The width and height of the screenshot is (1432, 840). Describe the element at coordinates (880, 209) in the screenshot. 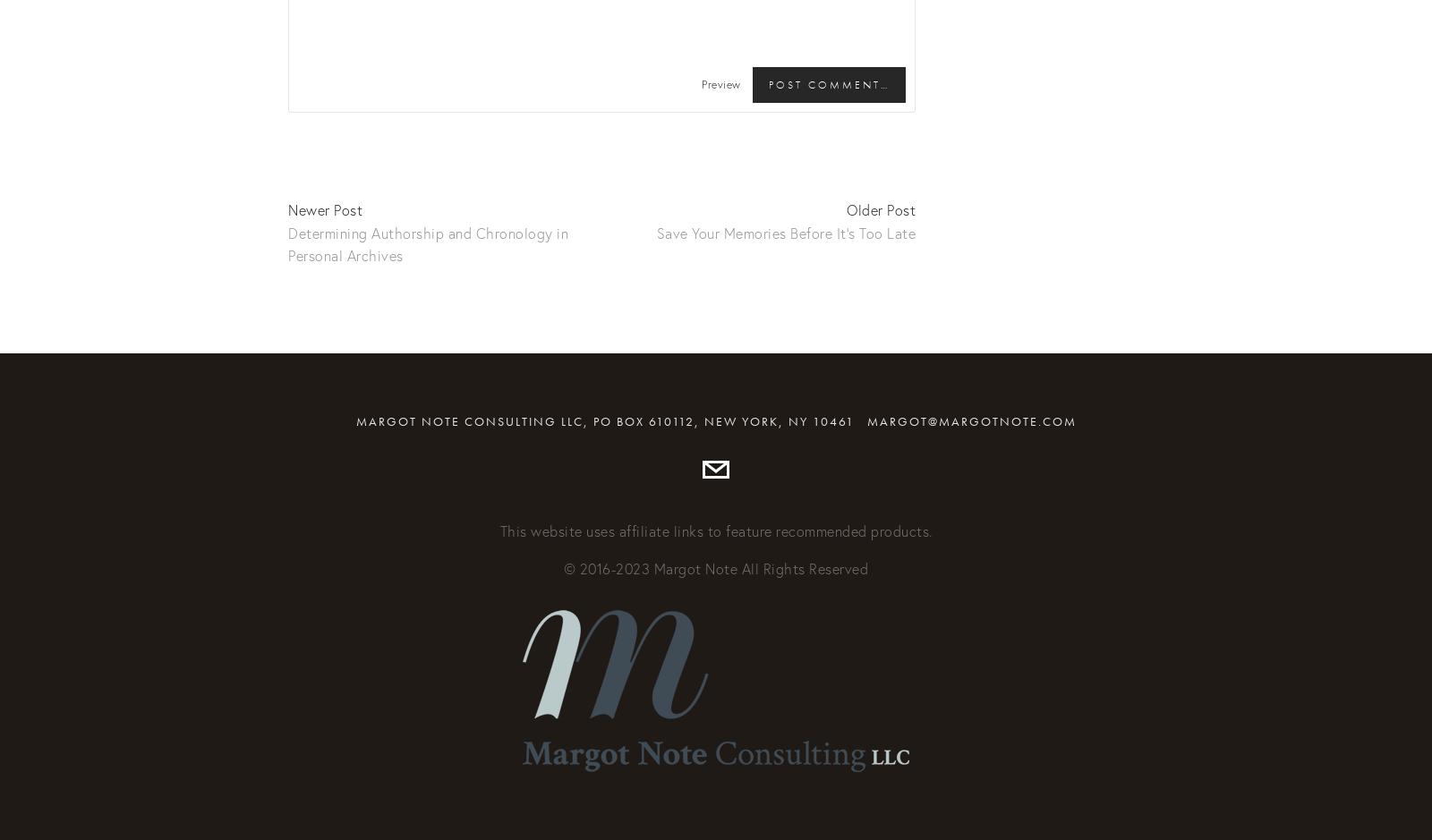

I see `'Older Post'` at that location.